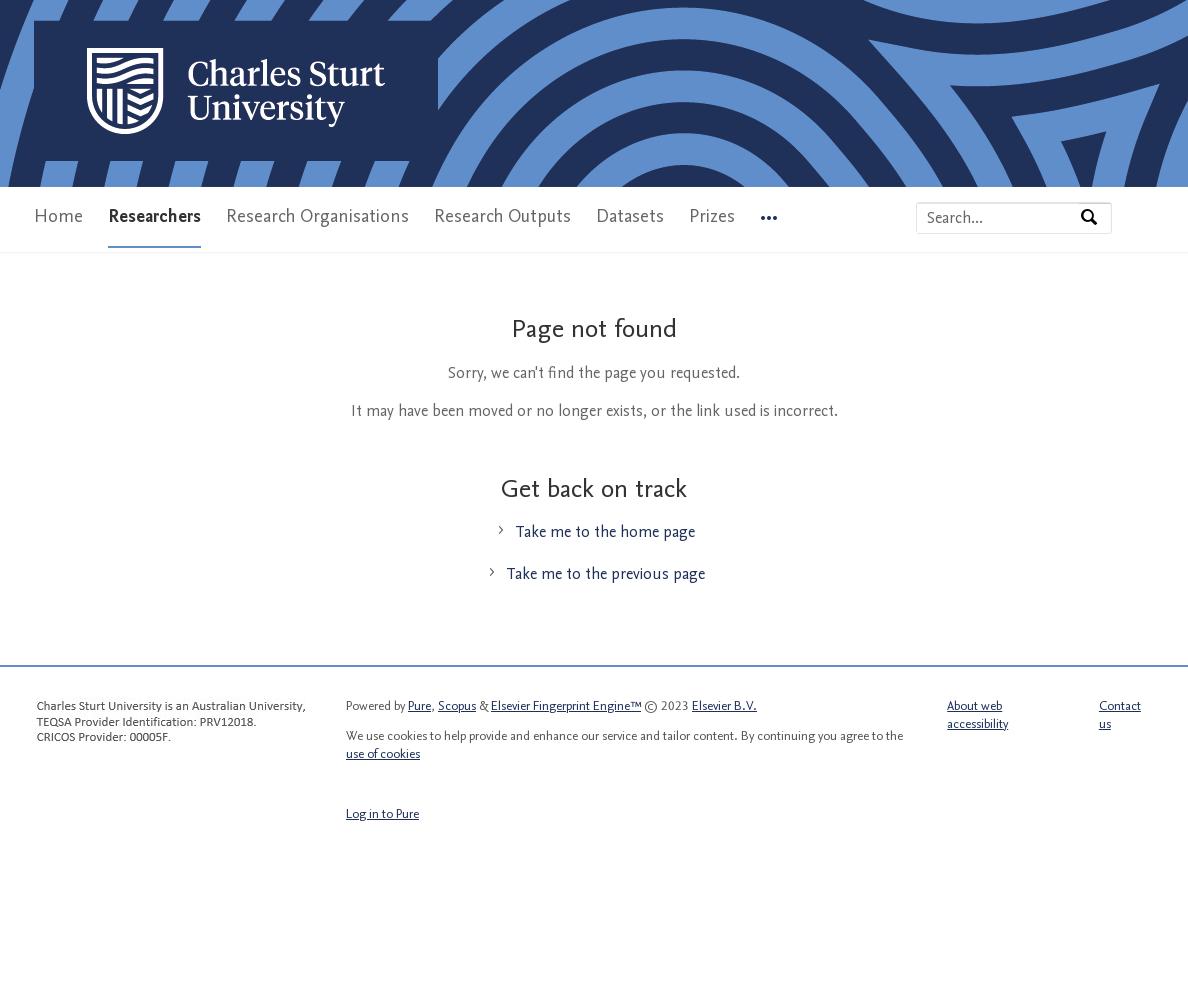 The image size is (1188, 1000). Describe the element at coordinates (604, 531) in the screenshot. I see `'Take me to the home page'` at that location.